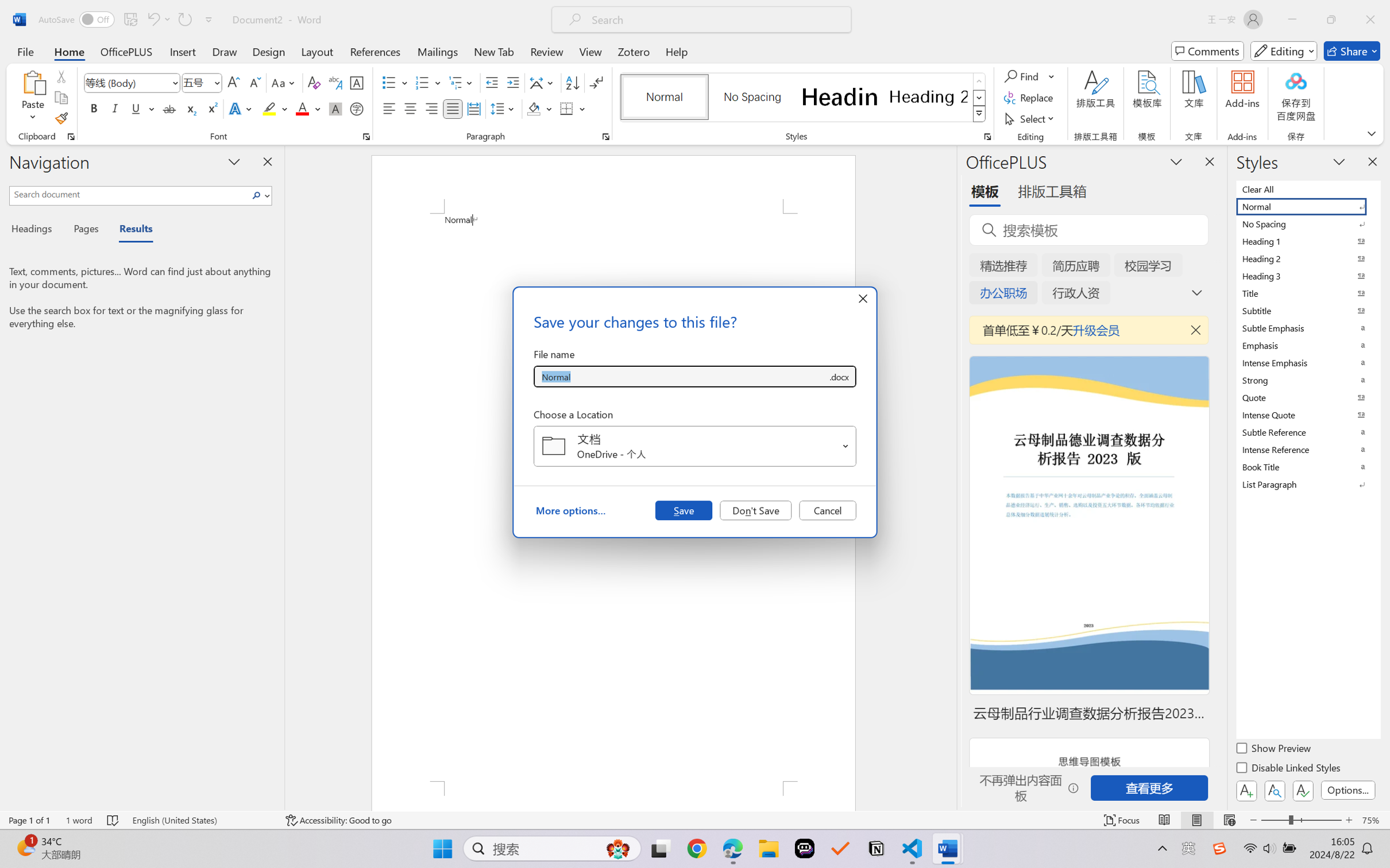 The image size is (1390, 868). Describe the element at coordinates (618, 848) in the screenshot. I see `'AutomationID: DynamicSearchBoxGleamImage'` at that location.